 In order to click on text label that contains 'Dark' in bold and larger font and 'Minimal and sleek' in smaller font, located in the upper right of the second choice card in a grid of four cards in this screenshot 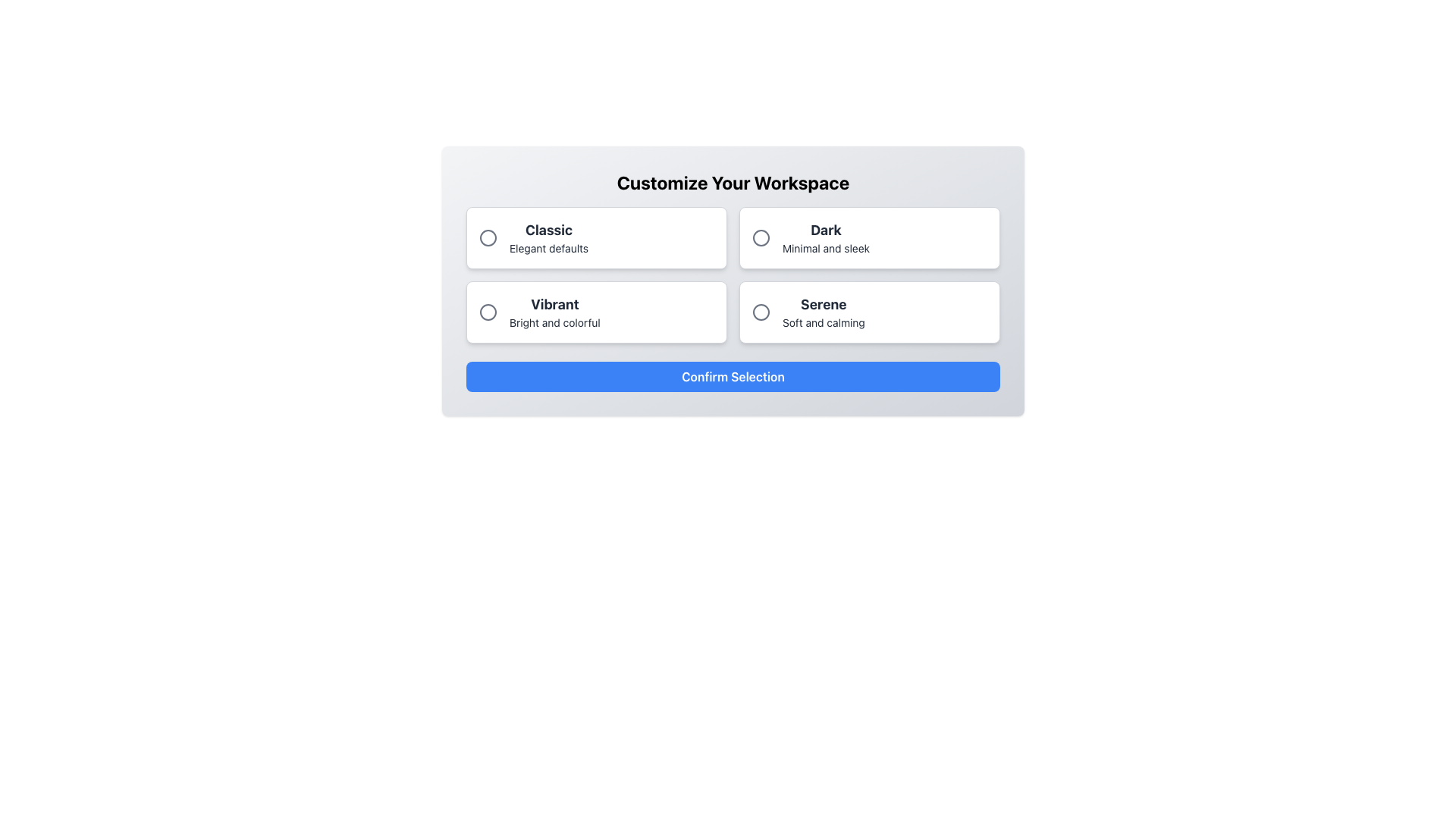, I will do `click(825, 237)`.